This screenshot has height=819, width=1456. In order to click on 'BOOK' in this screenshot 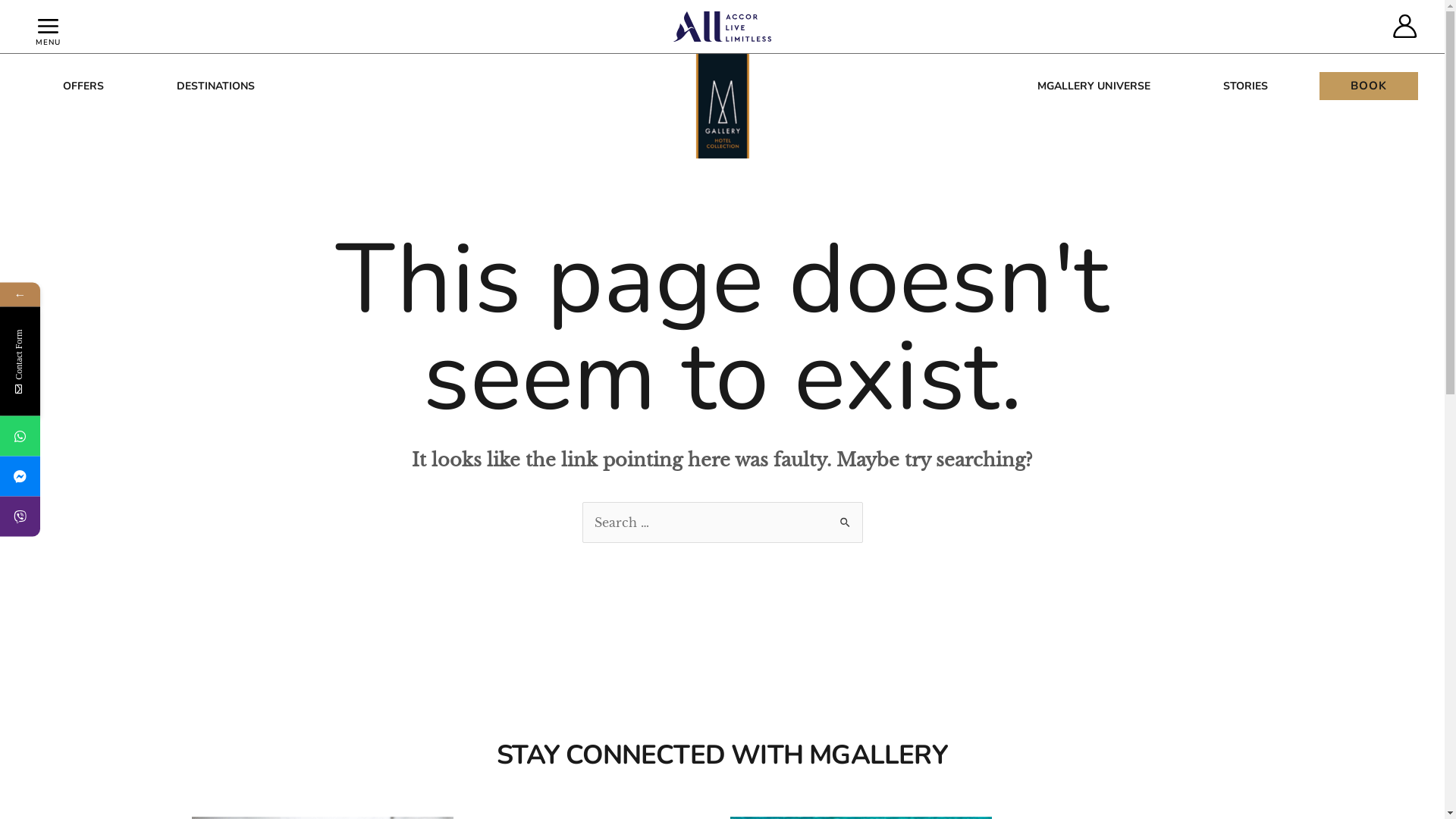, I will do `click(1368, 86)`.